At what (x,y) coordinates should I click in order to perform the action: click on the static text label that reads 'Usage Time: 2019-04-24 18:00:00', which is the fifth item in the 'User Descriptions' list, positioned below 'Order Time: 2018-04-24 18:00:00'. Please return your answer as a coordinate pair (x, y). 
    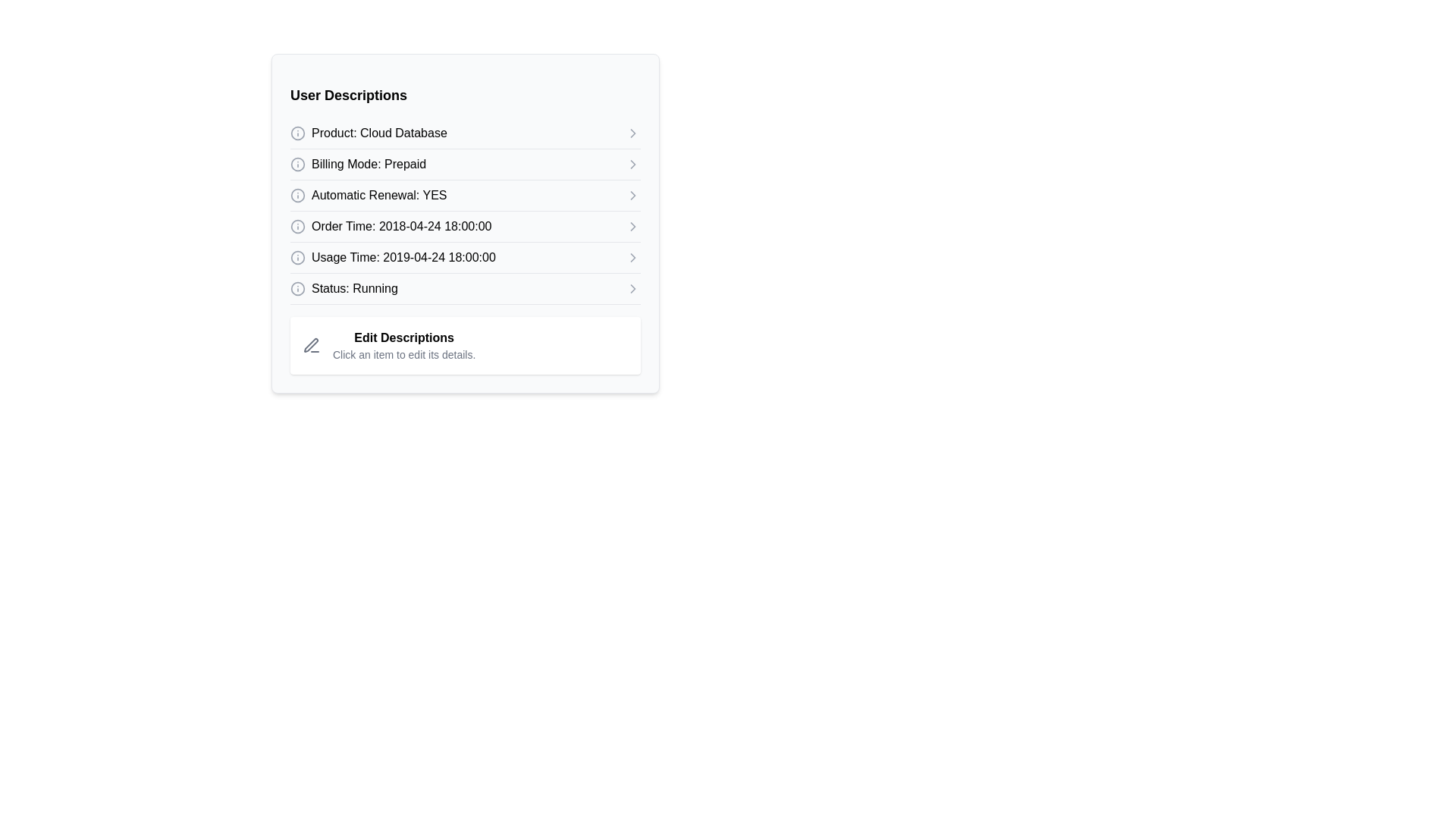
    Looking at the image, I should click on (403, 256).